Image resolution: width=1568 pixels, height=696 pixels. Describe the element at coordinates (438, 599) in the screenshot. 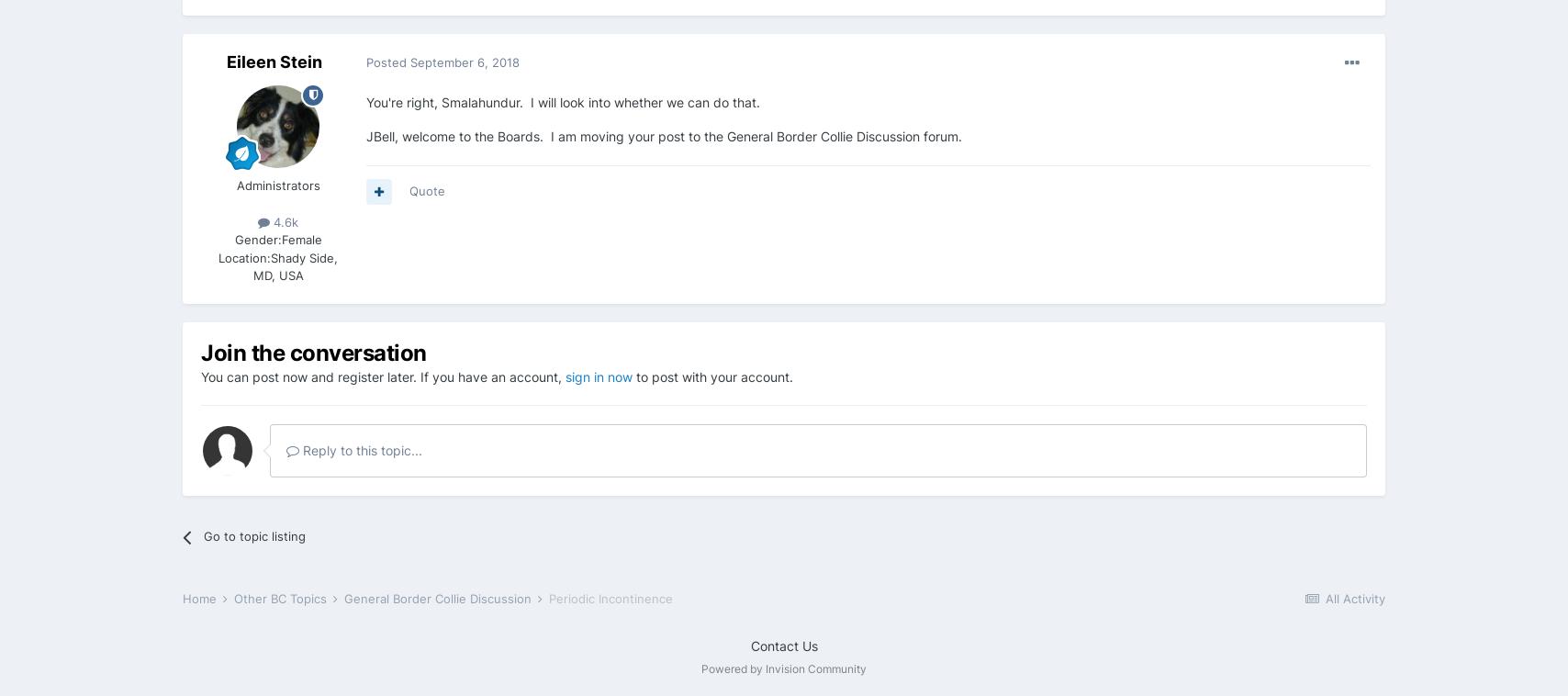

I see `'General Border Collie Discussion'` at that location.